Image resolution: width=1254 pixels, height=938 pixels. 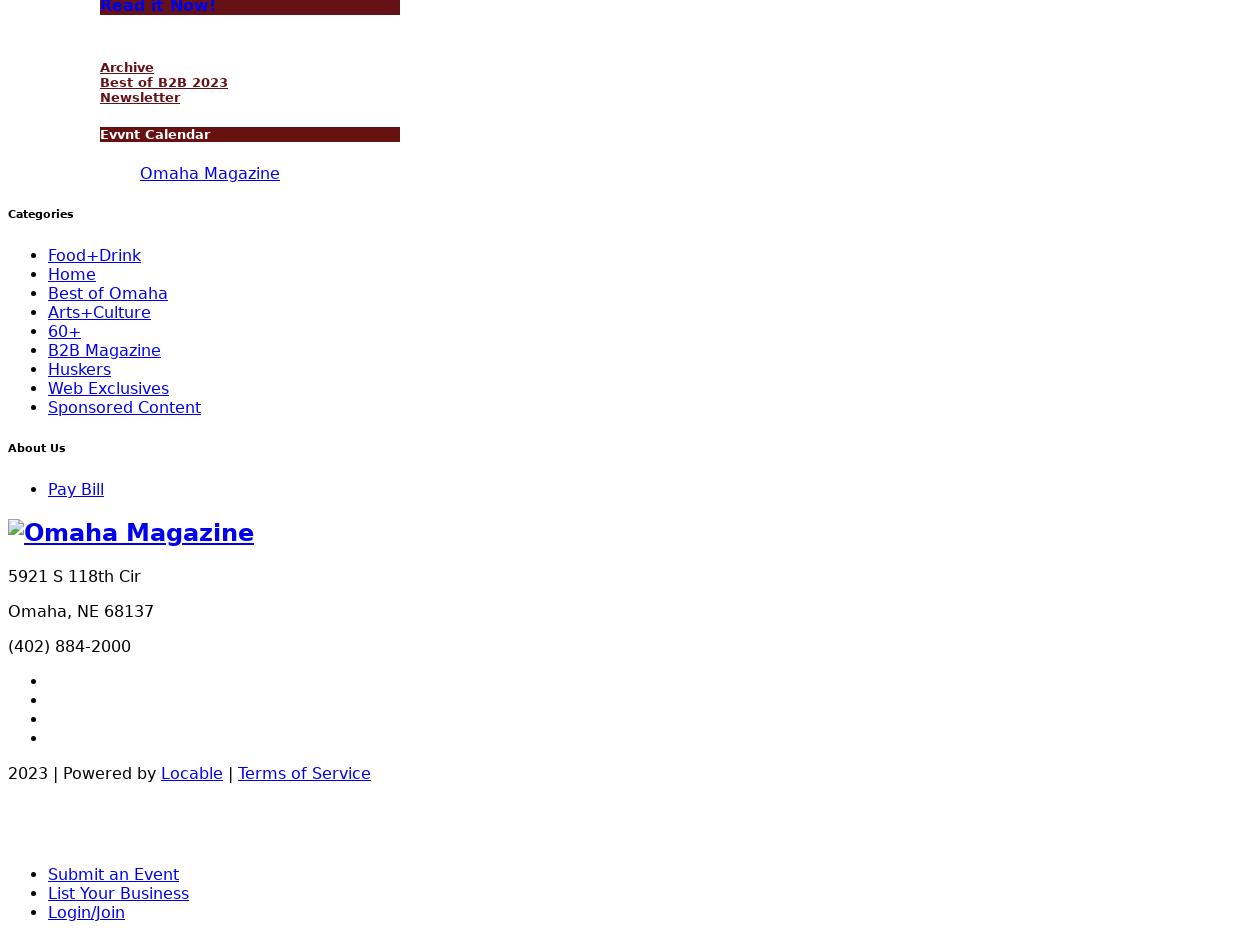 I want to click on '5921 S 118th Cir', so click(x=8, y=575).